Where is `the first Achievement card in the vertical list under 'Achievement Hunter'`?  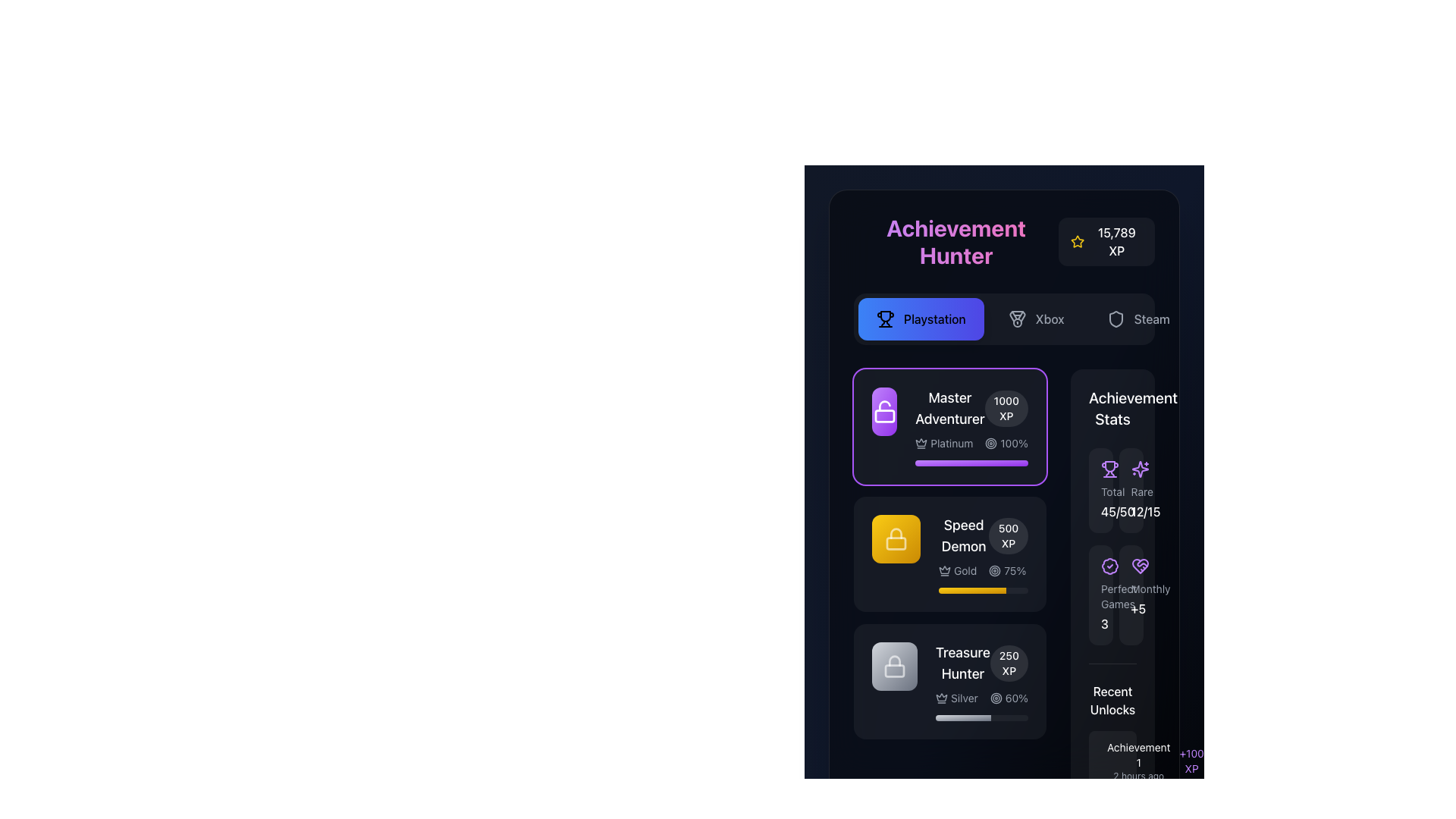
the first Achievement card in the vertical list under 'Achievement Hunter' is located at coordinates (949, 427).